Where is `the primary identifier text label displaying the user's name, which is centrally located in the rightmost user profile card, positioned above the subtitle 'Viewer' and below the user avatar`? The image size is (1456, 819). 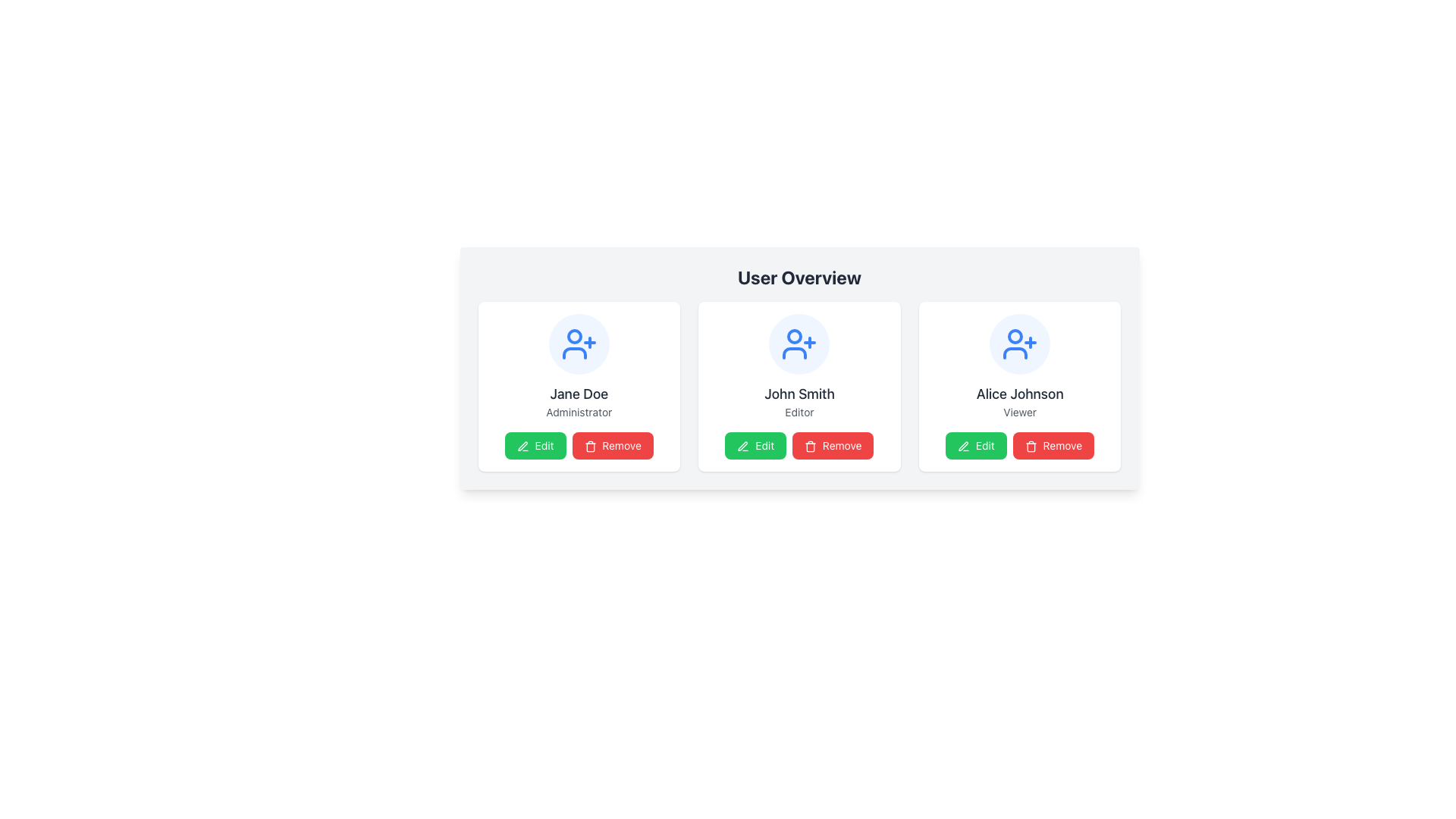
the primary identifier text label displaying the user's name, which is centrally located in the rightmost user profile card, positioned above the subtitle 'Viewer' and below the user avatar is located at coordinates (1020, 394).